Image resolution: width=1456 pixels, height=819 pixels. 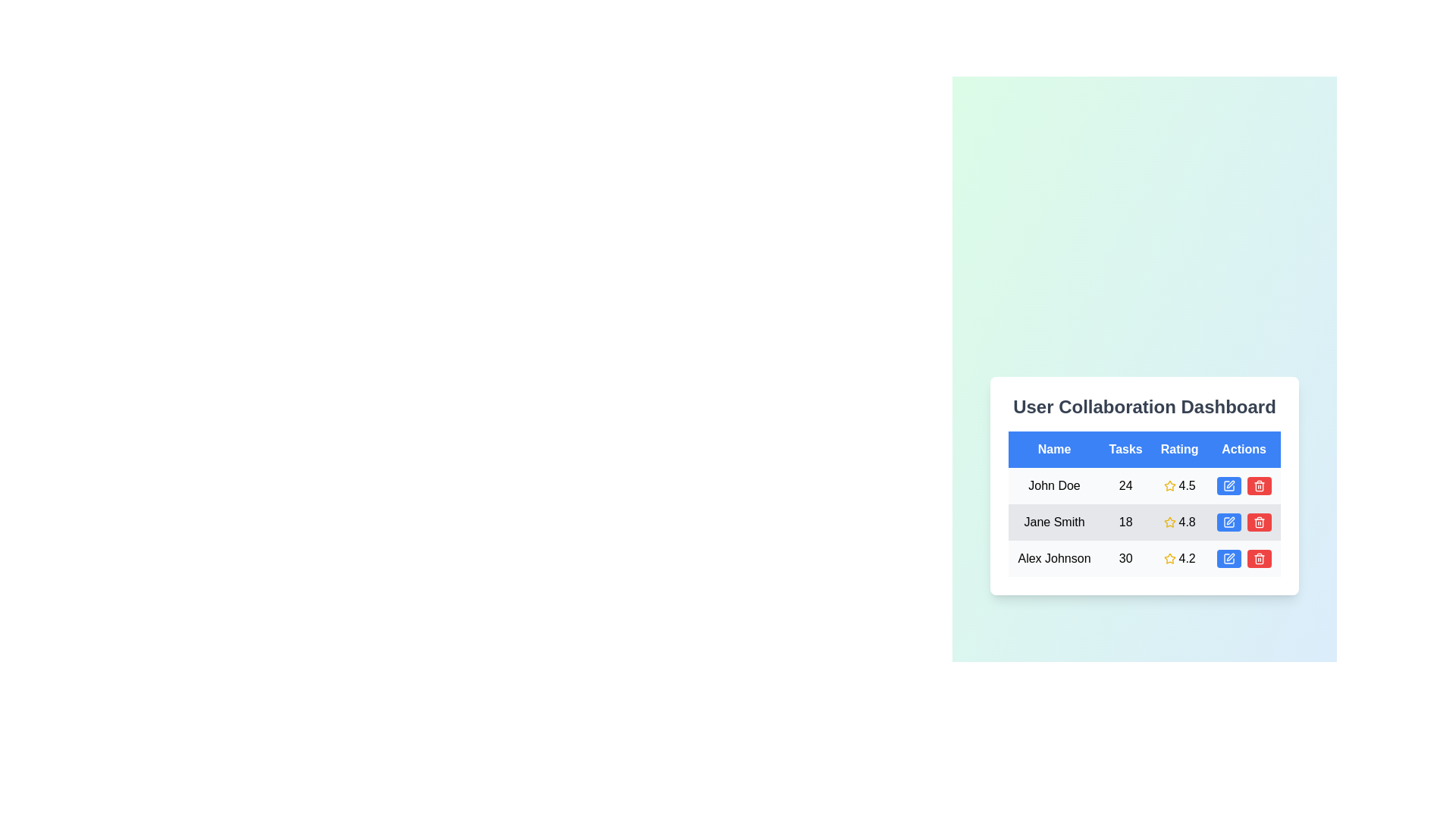 I want to click on the edit button located in the second row under the 'Actions' column of the table, so click(x=1228, y=522).